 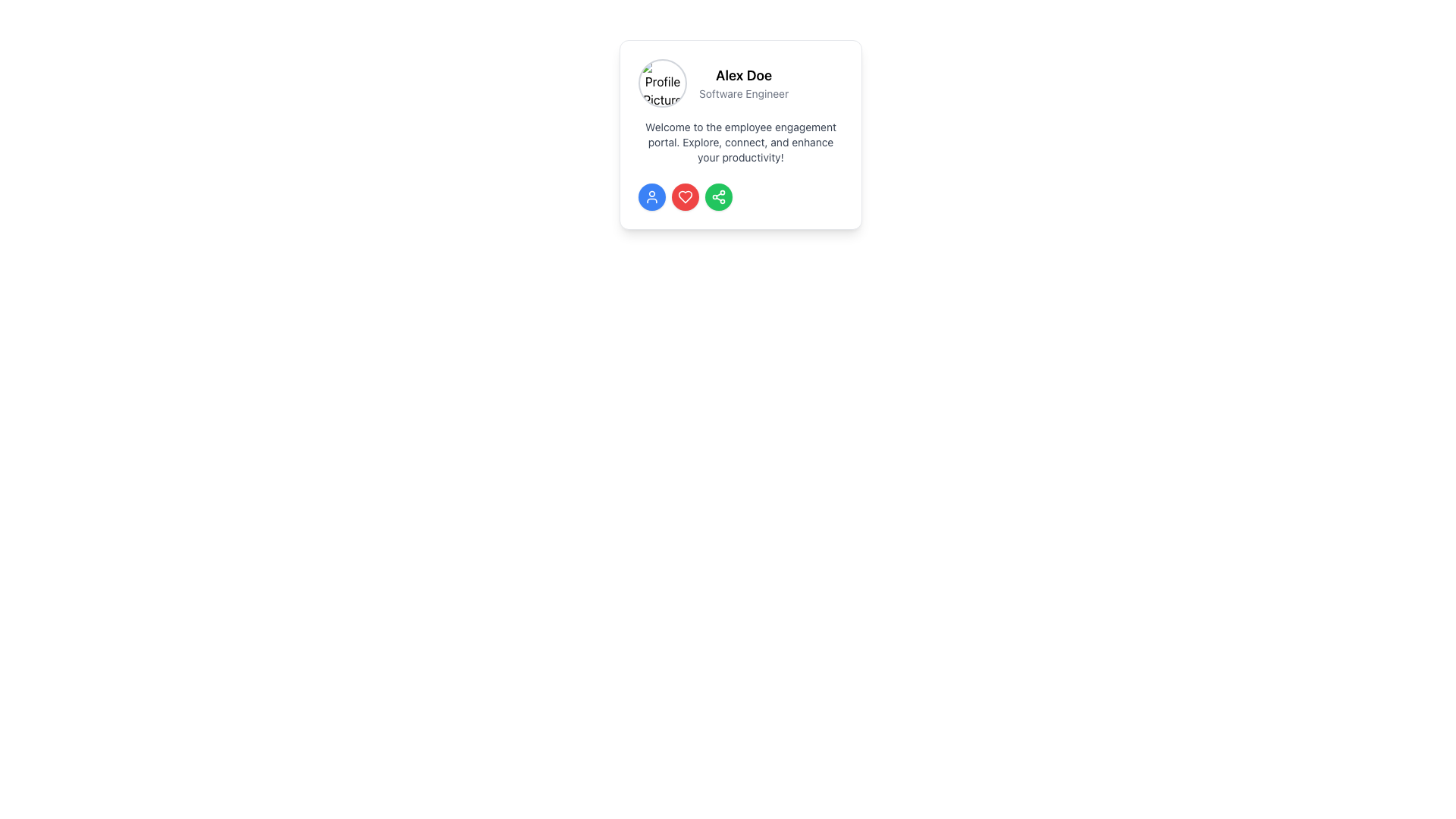 I want to click on the sharing icon located within a green circular button at the bottom right of the card interface, so click(x=718, y=196).